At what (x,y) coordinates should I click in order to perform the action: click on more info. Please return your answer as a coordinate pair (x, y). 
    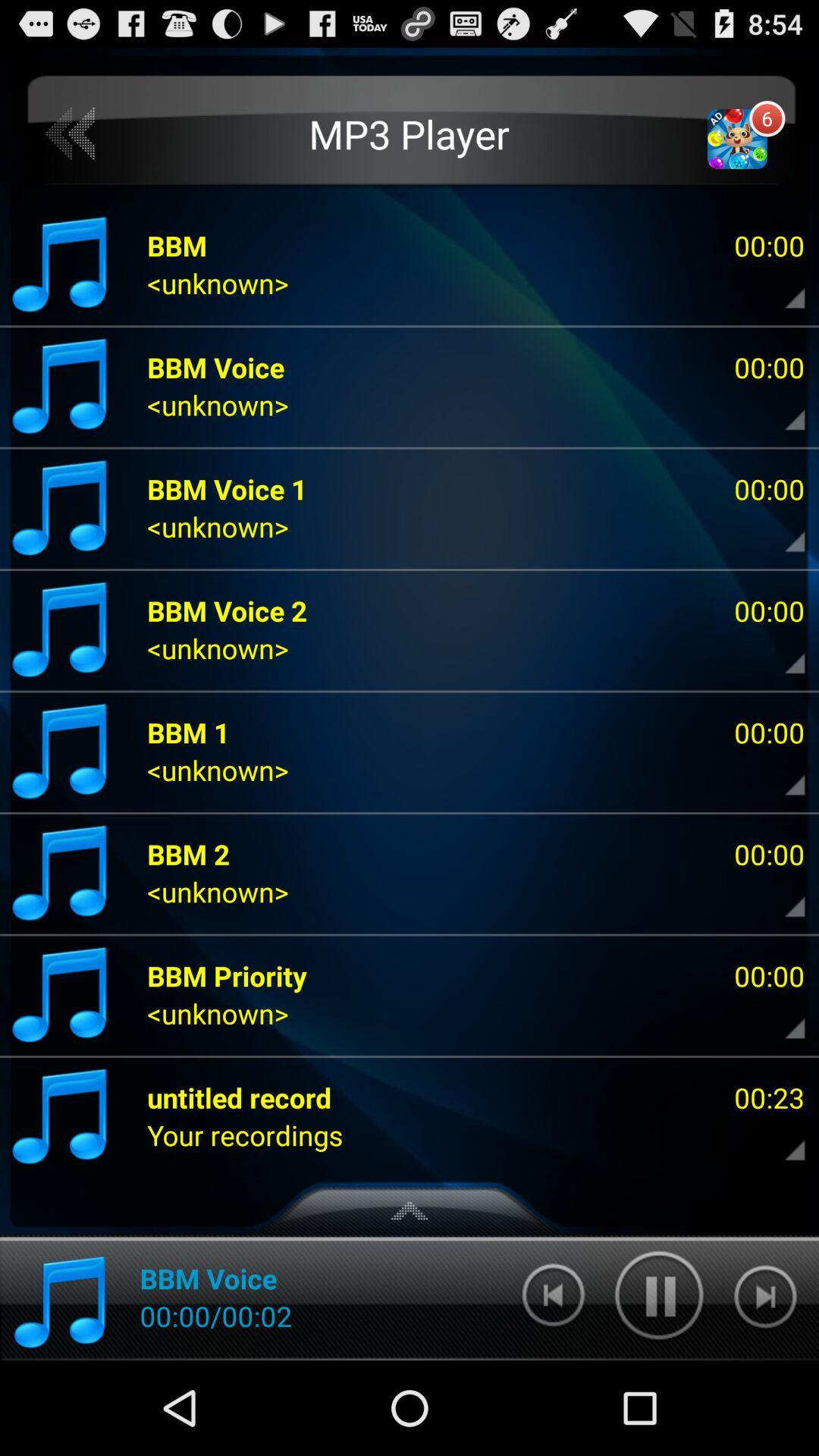
    Looking at the image, I should click on (782, 1018).